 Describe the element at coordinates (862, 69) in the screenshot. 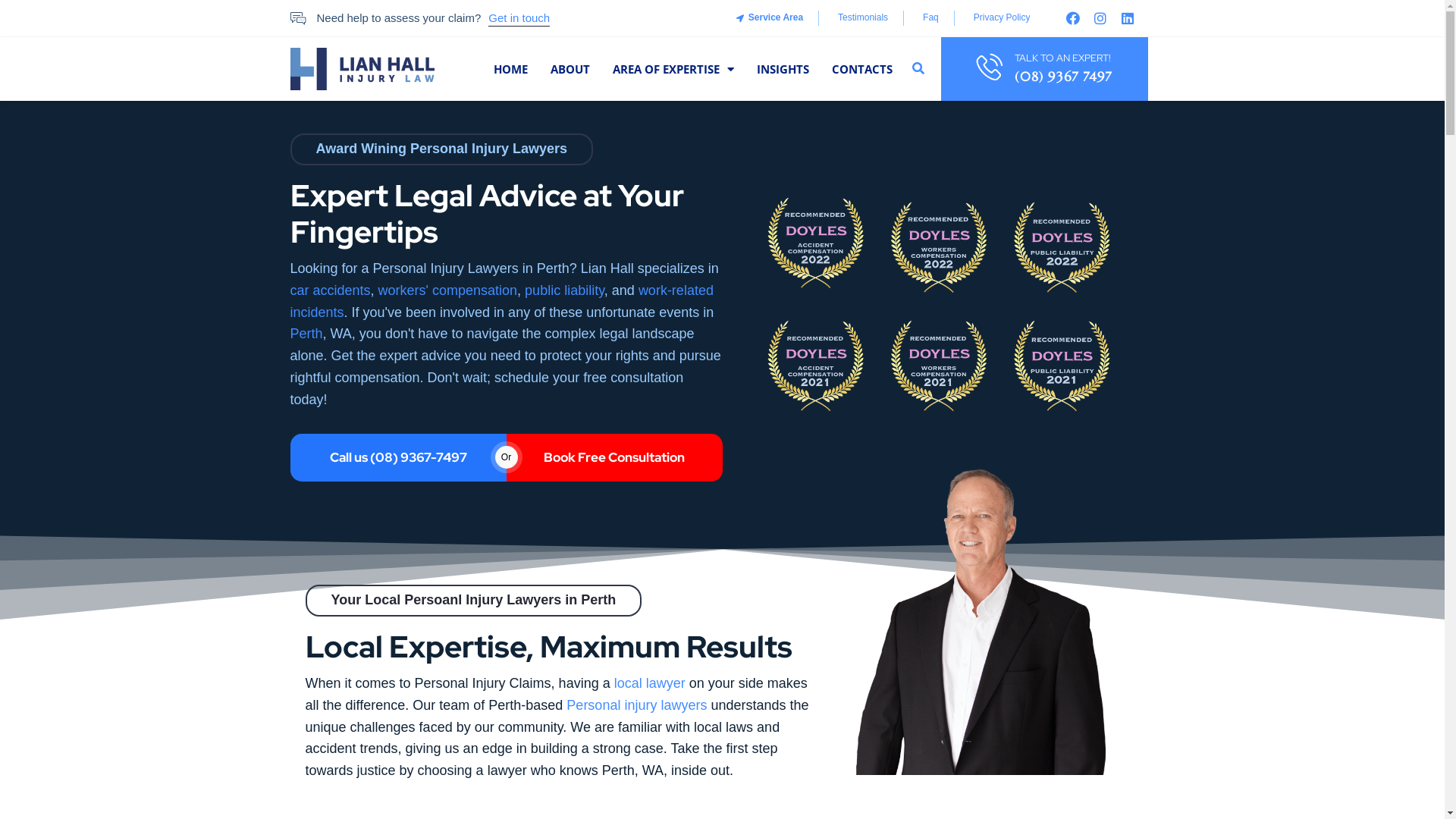

I see `'CONTACTS'` at that location.